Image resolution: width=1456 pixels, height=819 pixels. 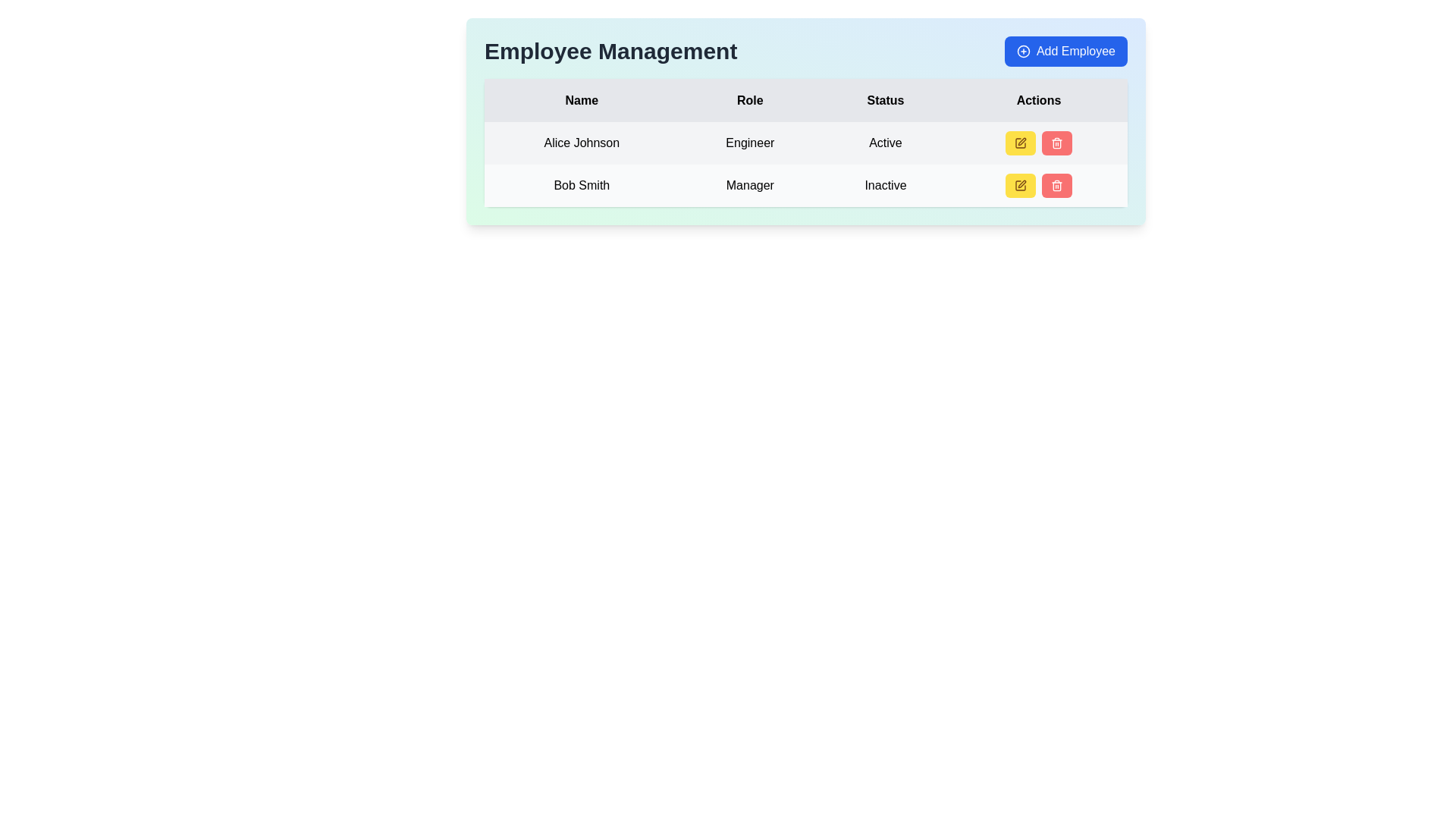 I want to click on the delete button located in the 'Actions' column of the second row in the table, so click(x=1056, y=185).